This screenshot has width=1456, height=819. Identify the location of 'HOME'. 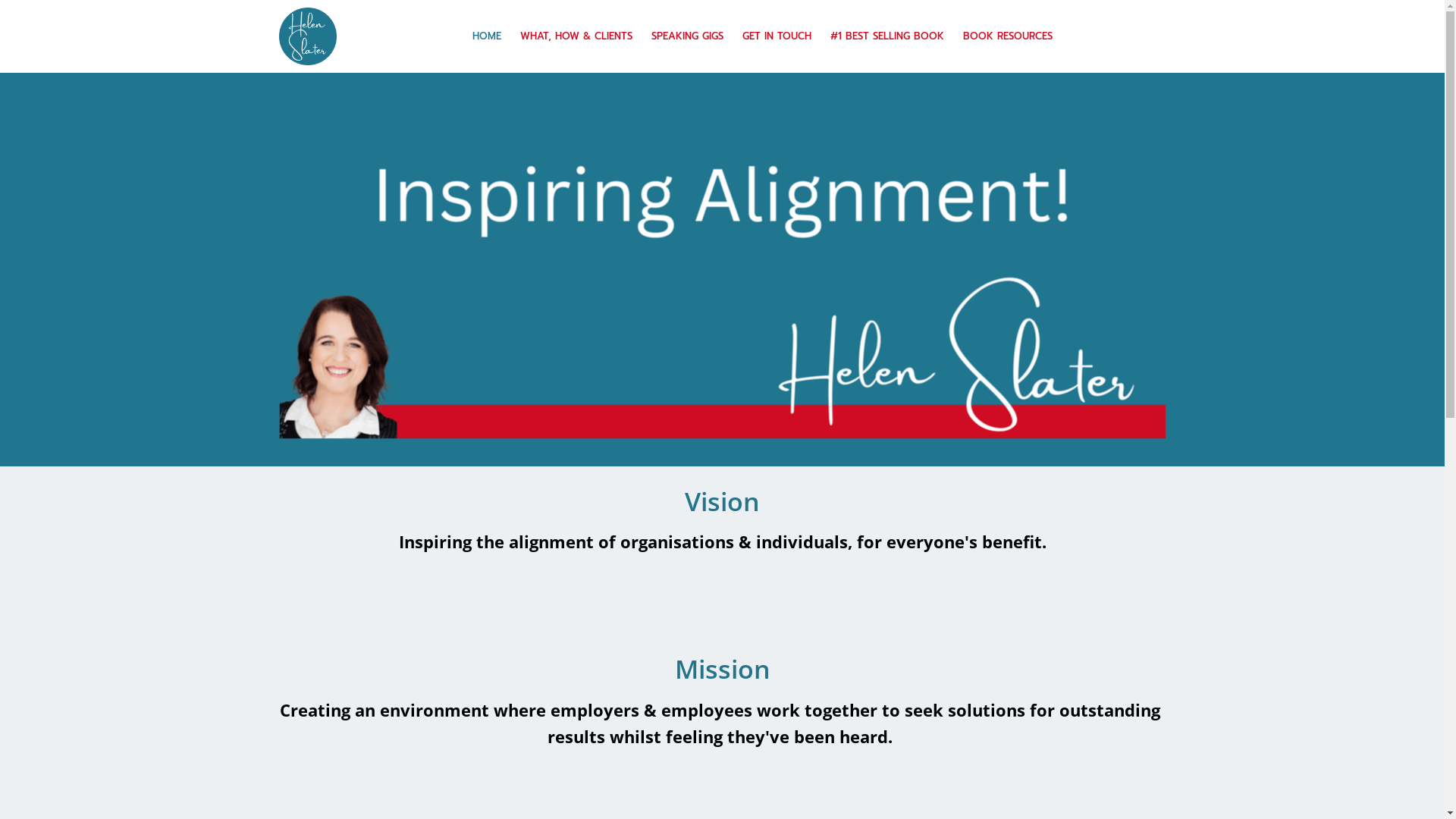
(487, 35).